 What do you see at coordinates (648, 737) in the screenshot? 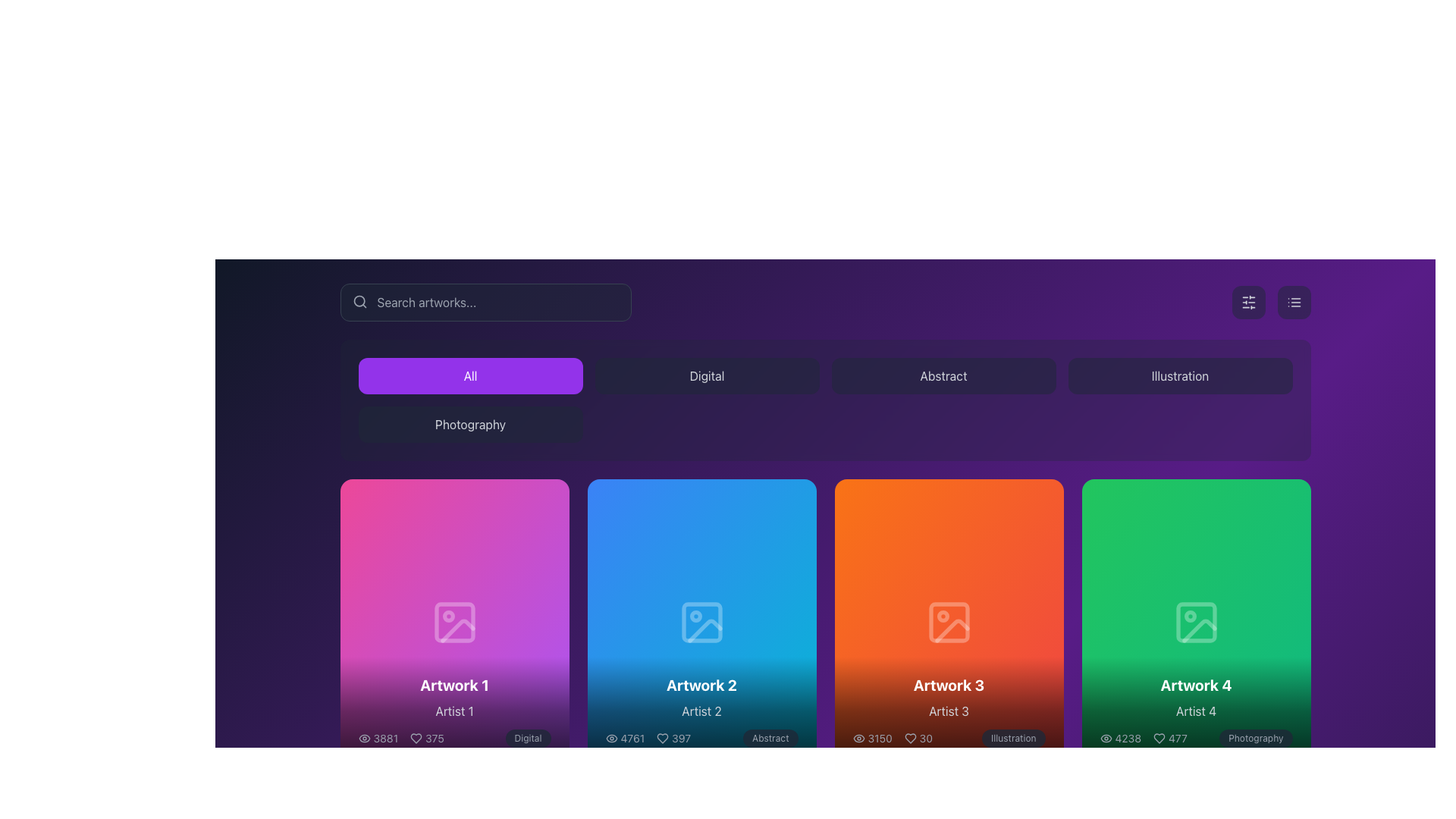
I see `the Icon-text pair displaying metrics with an eye icon showing '4761' and a heart icon showing '397' within the 'Artwork 2' card` at bounding box center [648, 737].